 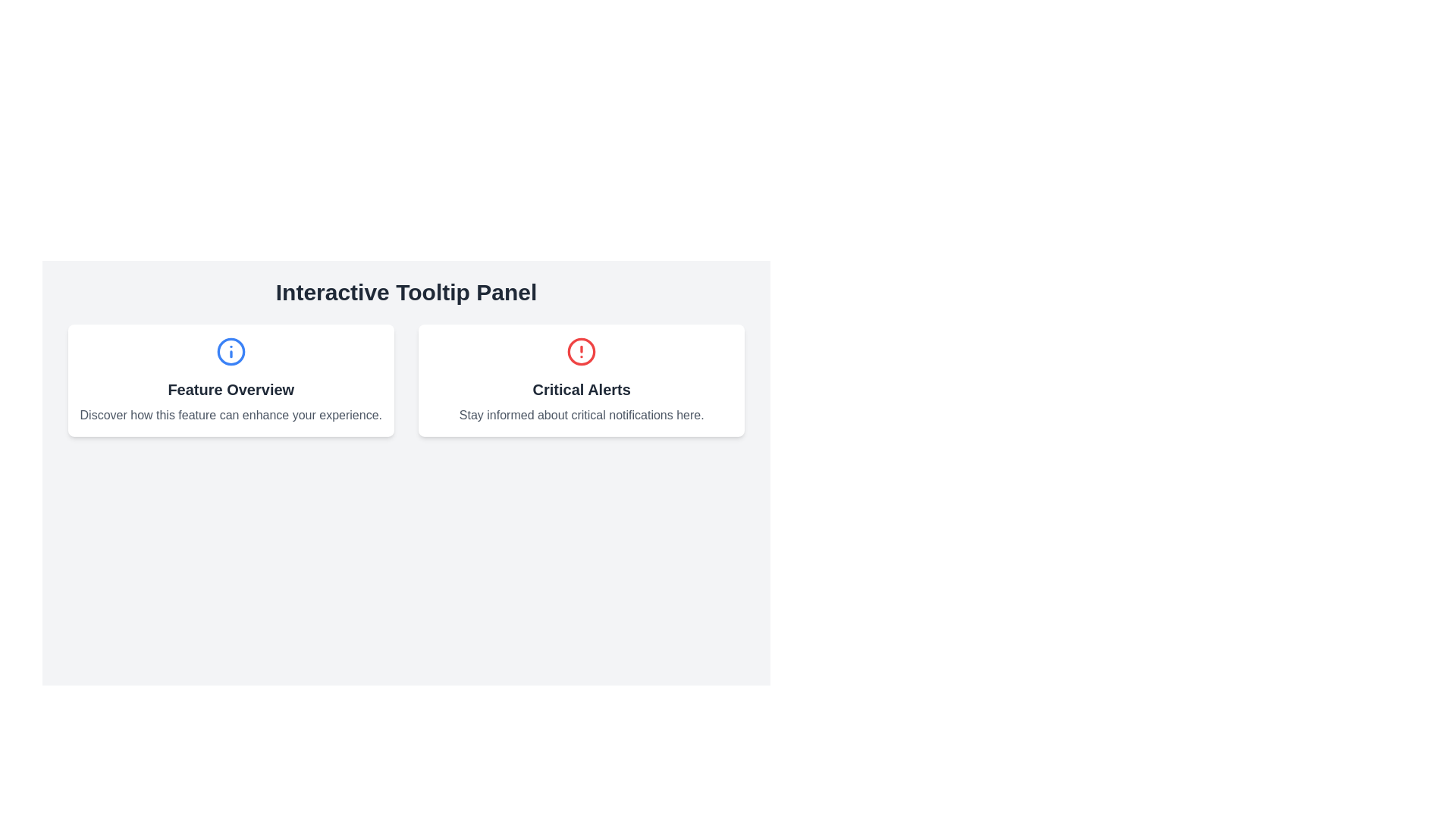 I want to click on the informational indicator icon located at the top center of the left card in the 'Interactive Tooltip Panel', so click(x=230, y=351).